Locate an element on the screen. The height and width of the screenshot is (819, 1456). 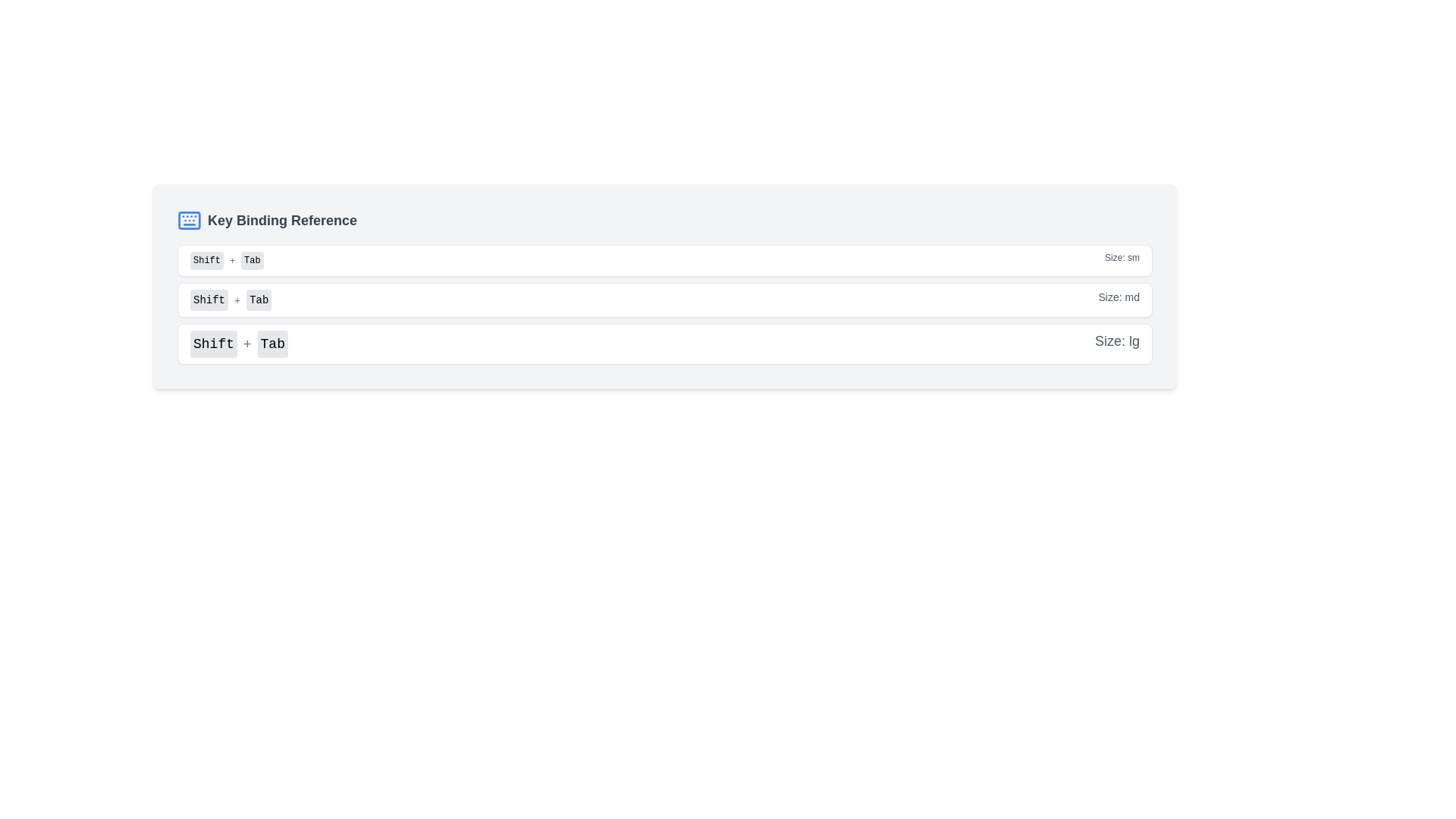
the Text label displaying the keyboard shortcut 'Shift + Tab' located in the third row under the 'Key Binding Reference' heading is located at coordinates (238, 344).